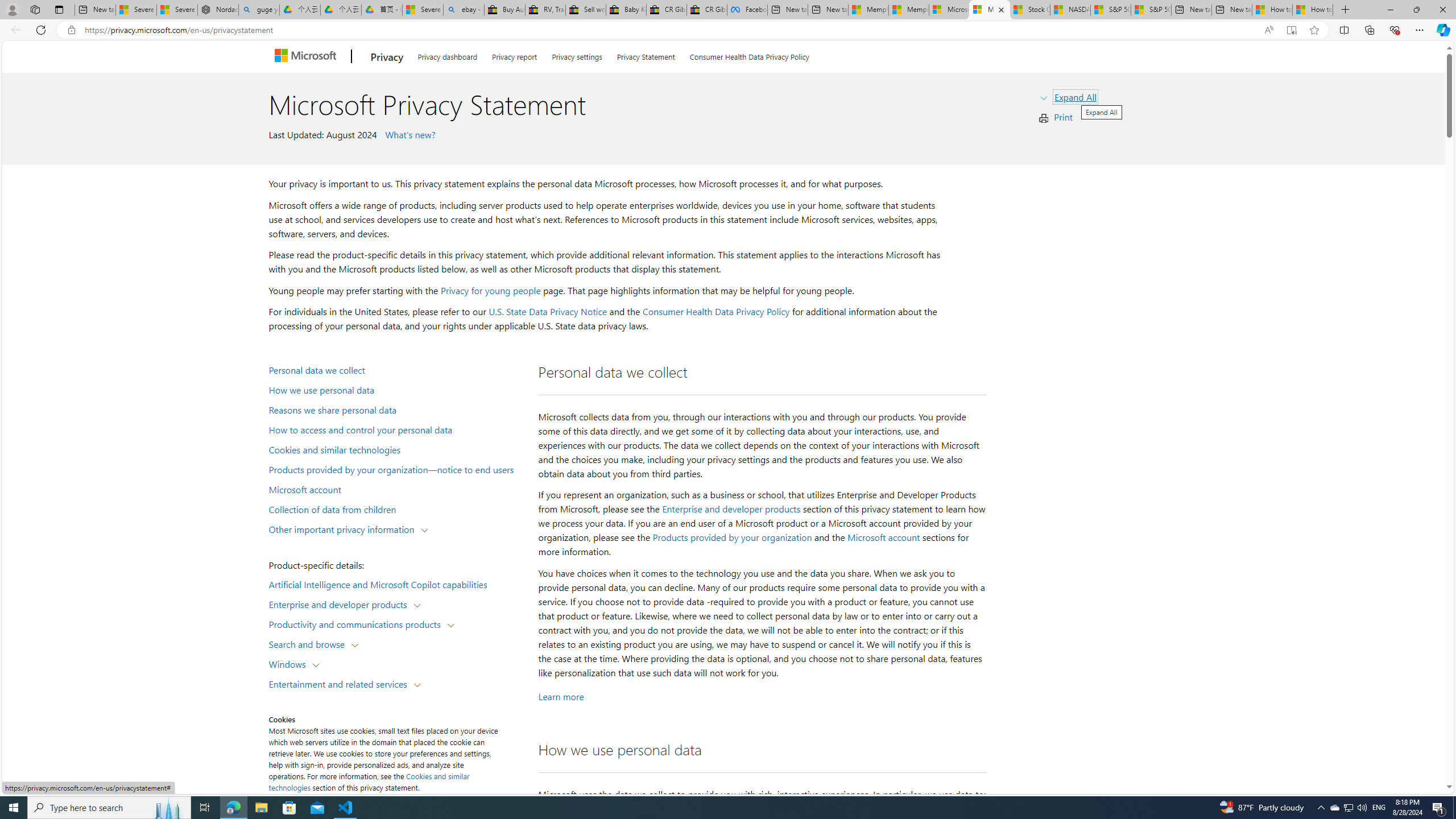 This screenshot has height=819, width=1456. Describe the element at coordinates (514, 55) in the screenshot. I see `'Privacy report'` at that location.